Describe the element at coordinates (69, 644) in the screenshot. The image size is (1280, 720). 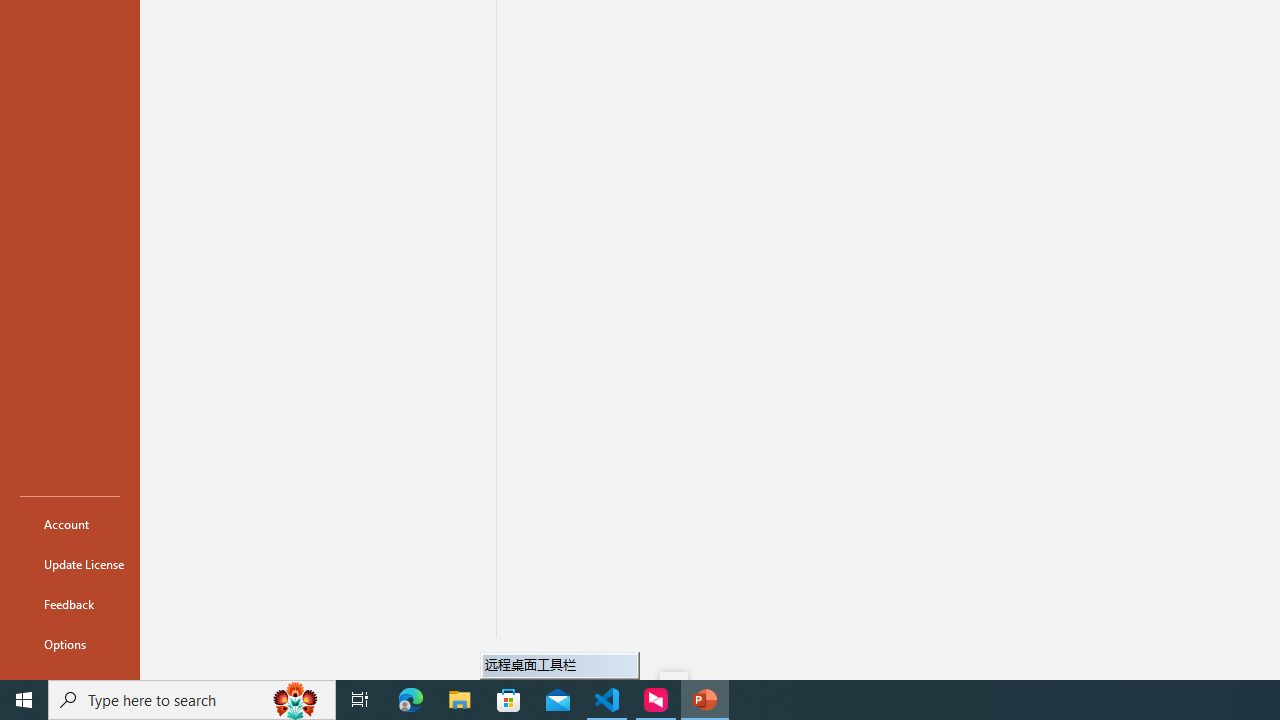
I see `'Options'` at that location.